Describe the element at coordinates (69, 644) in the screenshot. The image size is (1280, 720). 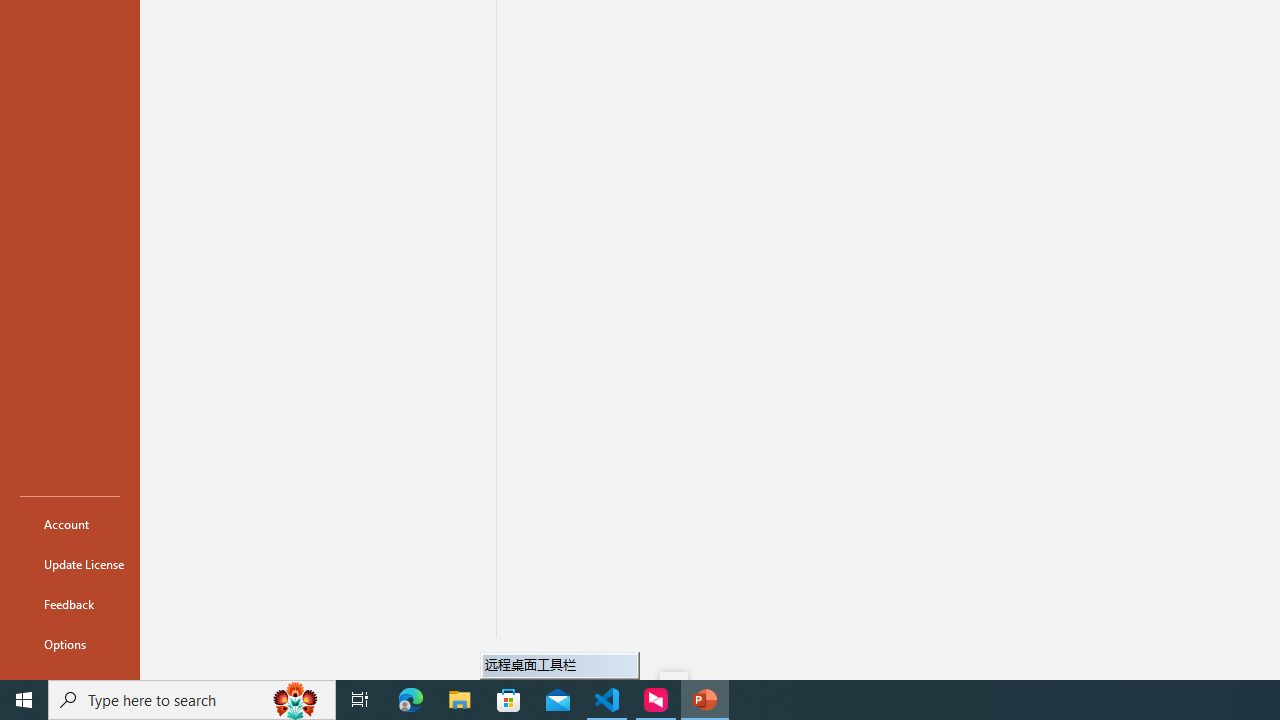
I see `'Options'` at that location.